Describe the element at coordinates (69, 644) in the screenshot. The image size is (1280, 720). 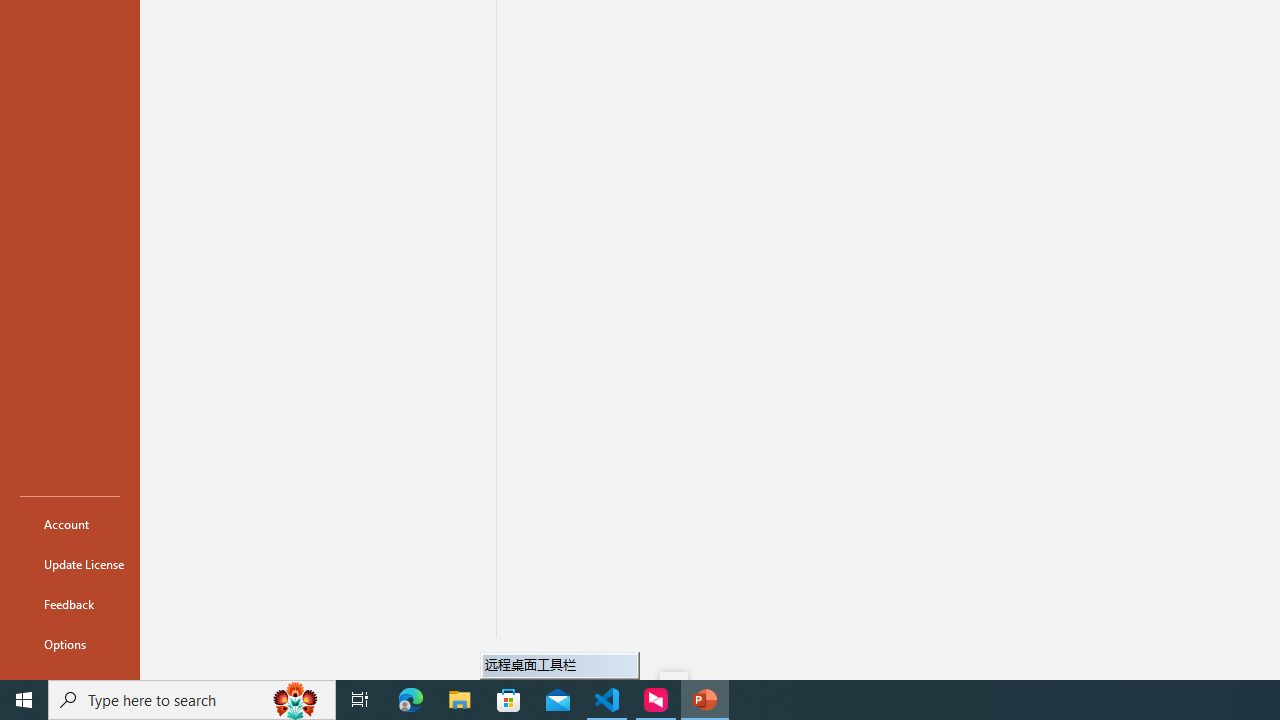
I see `'Options'` at that location.